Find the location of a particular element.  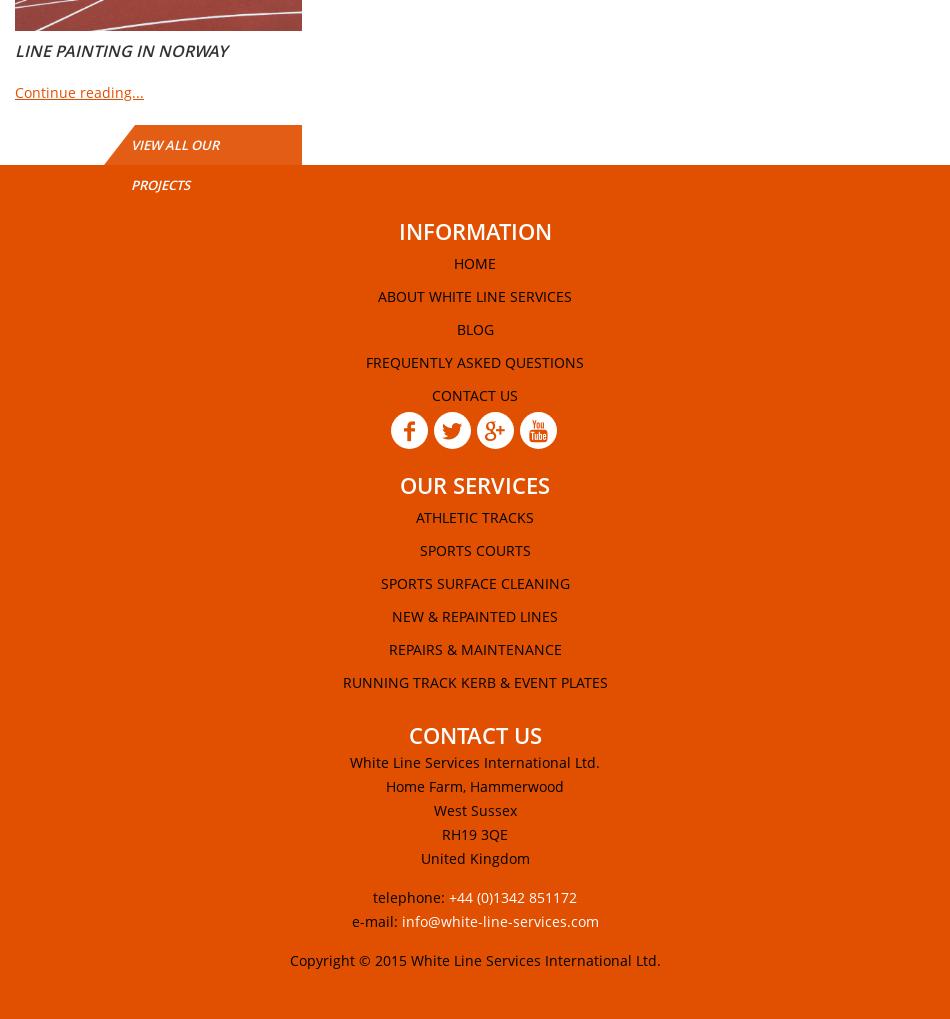

'Sports Surface Cleaning' is located at coordinates (473, 582).